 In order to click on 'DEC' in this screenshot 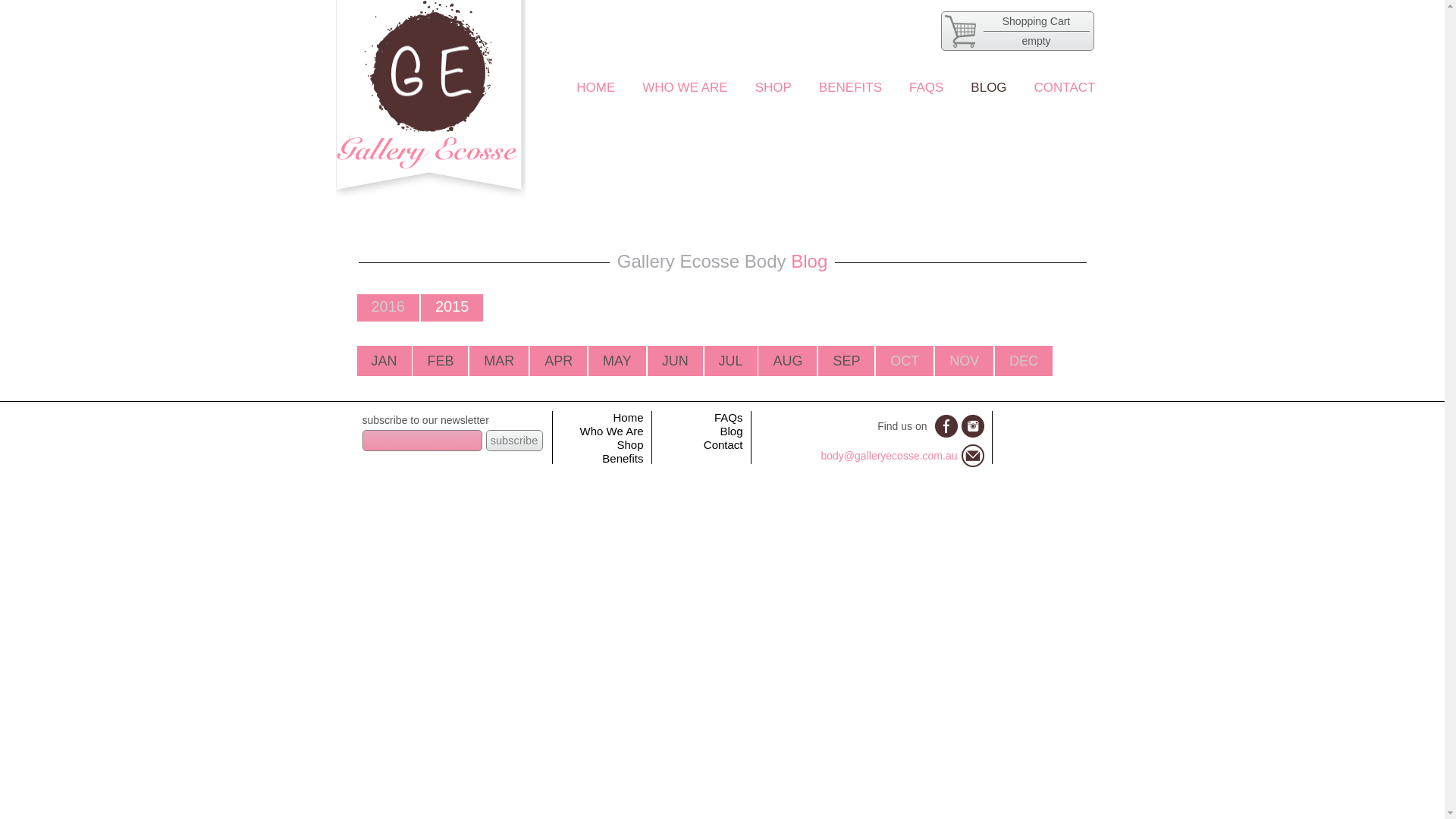, I will do `click(1023, 360)`.